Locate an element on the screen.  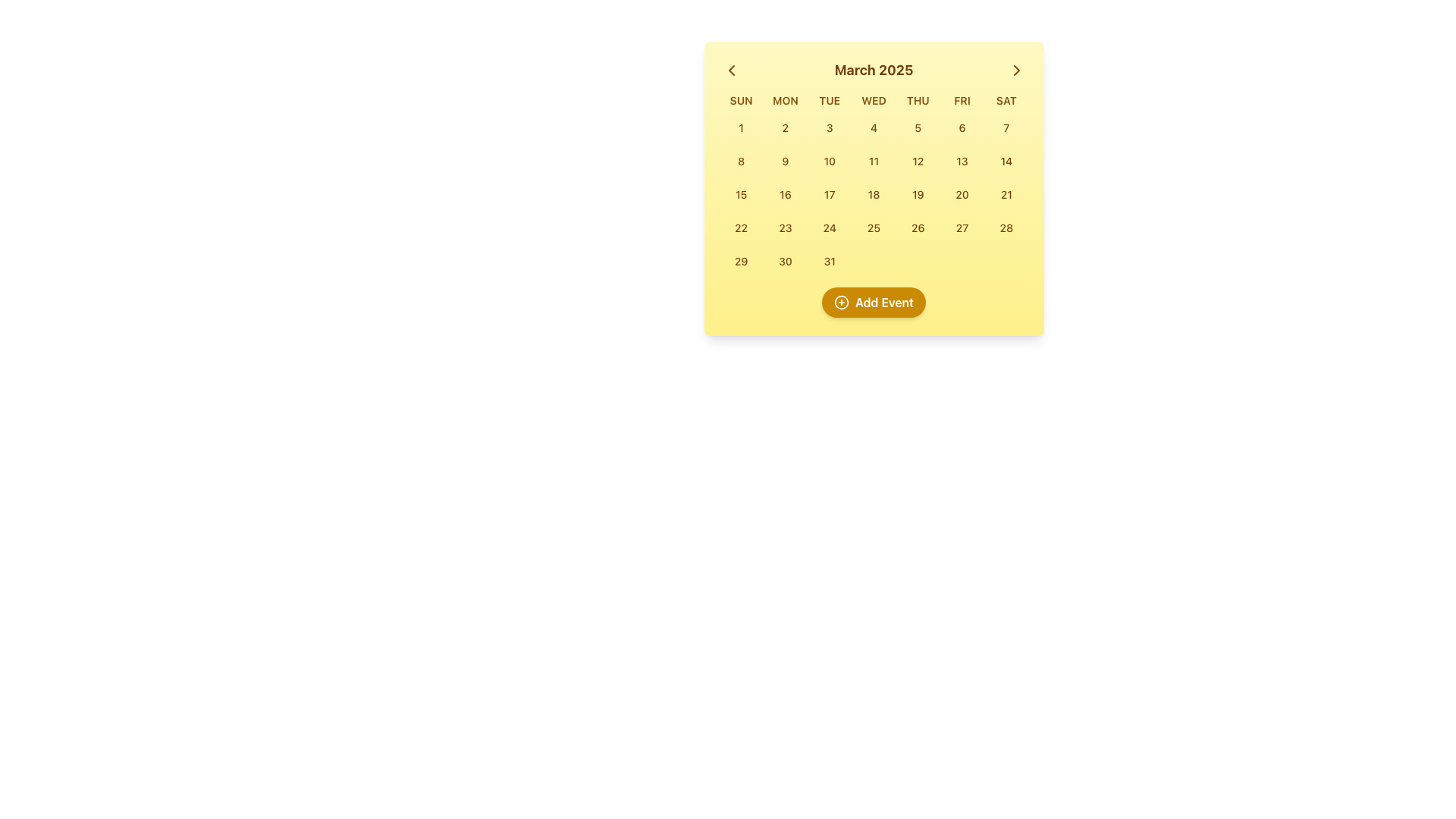
the text label representing the 23rd day of the month is located at coordinates (785, 227).